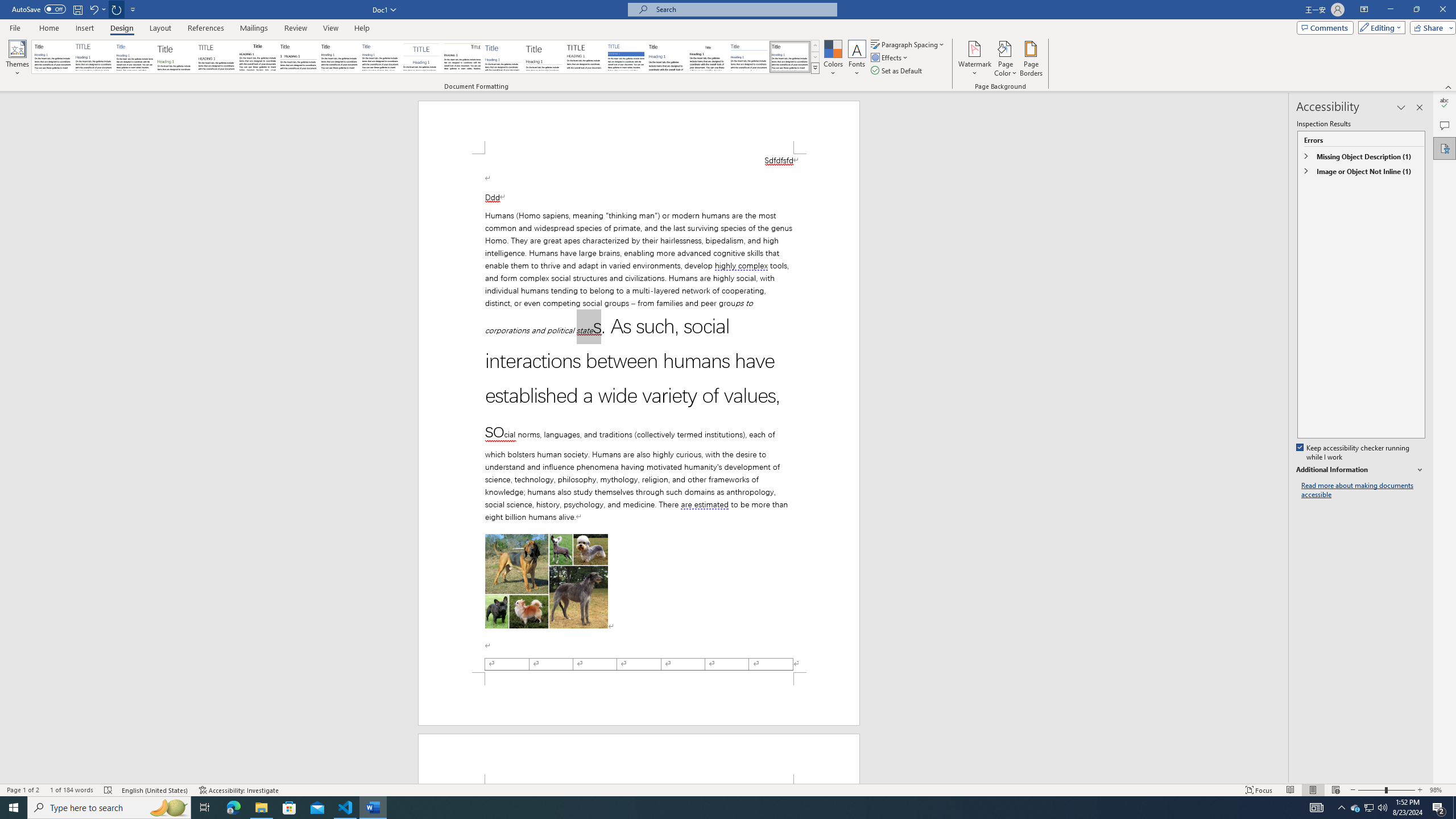  Describe the element at coordinates (1031, 59) in the screenshot. I see `'Page Borders...'` at that location.